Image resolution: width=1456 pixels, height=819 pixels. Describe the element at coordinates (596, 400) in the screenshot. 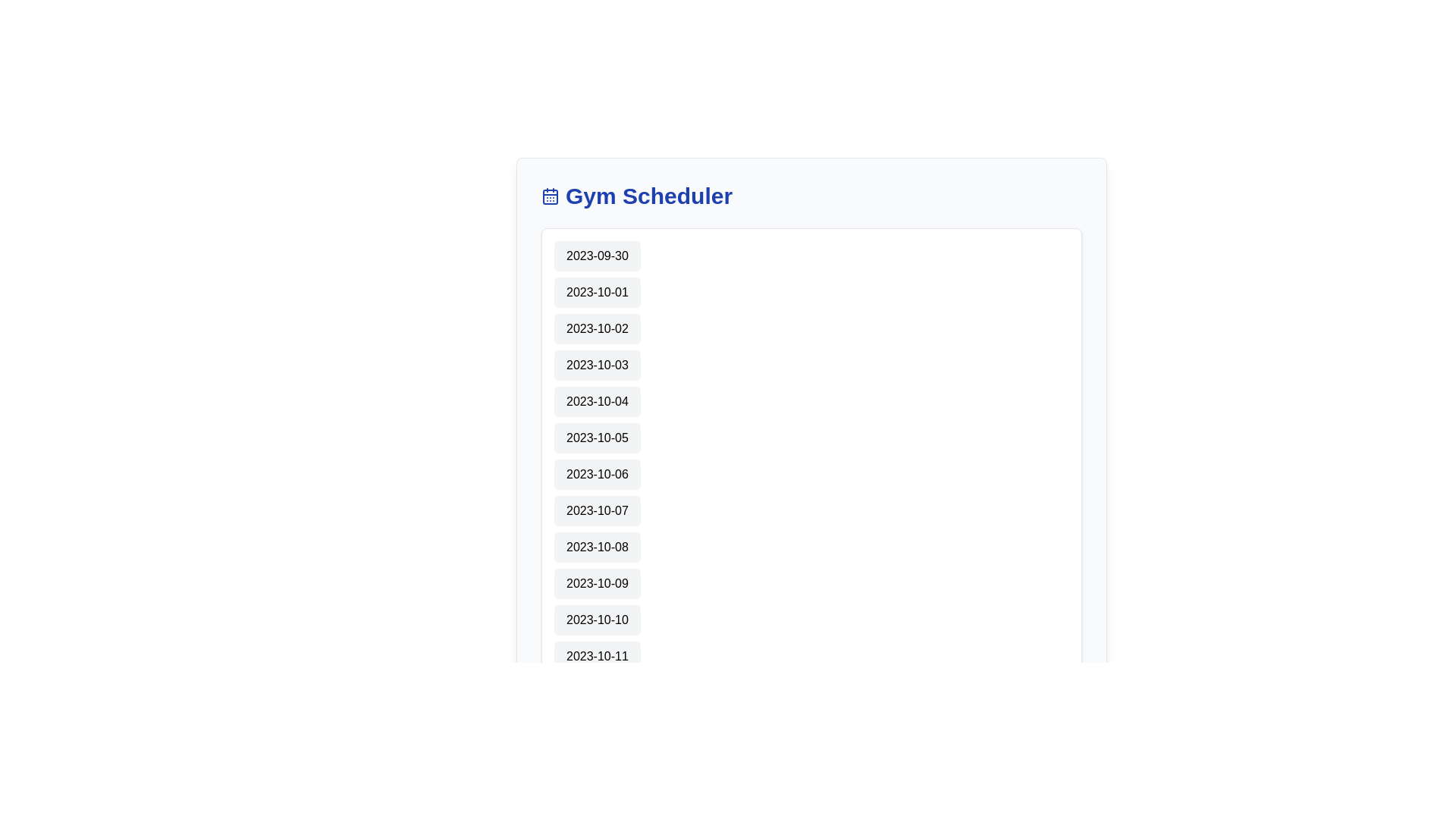

I see `the 5th date option button within the Gym Scheduler interface` at that location.